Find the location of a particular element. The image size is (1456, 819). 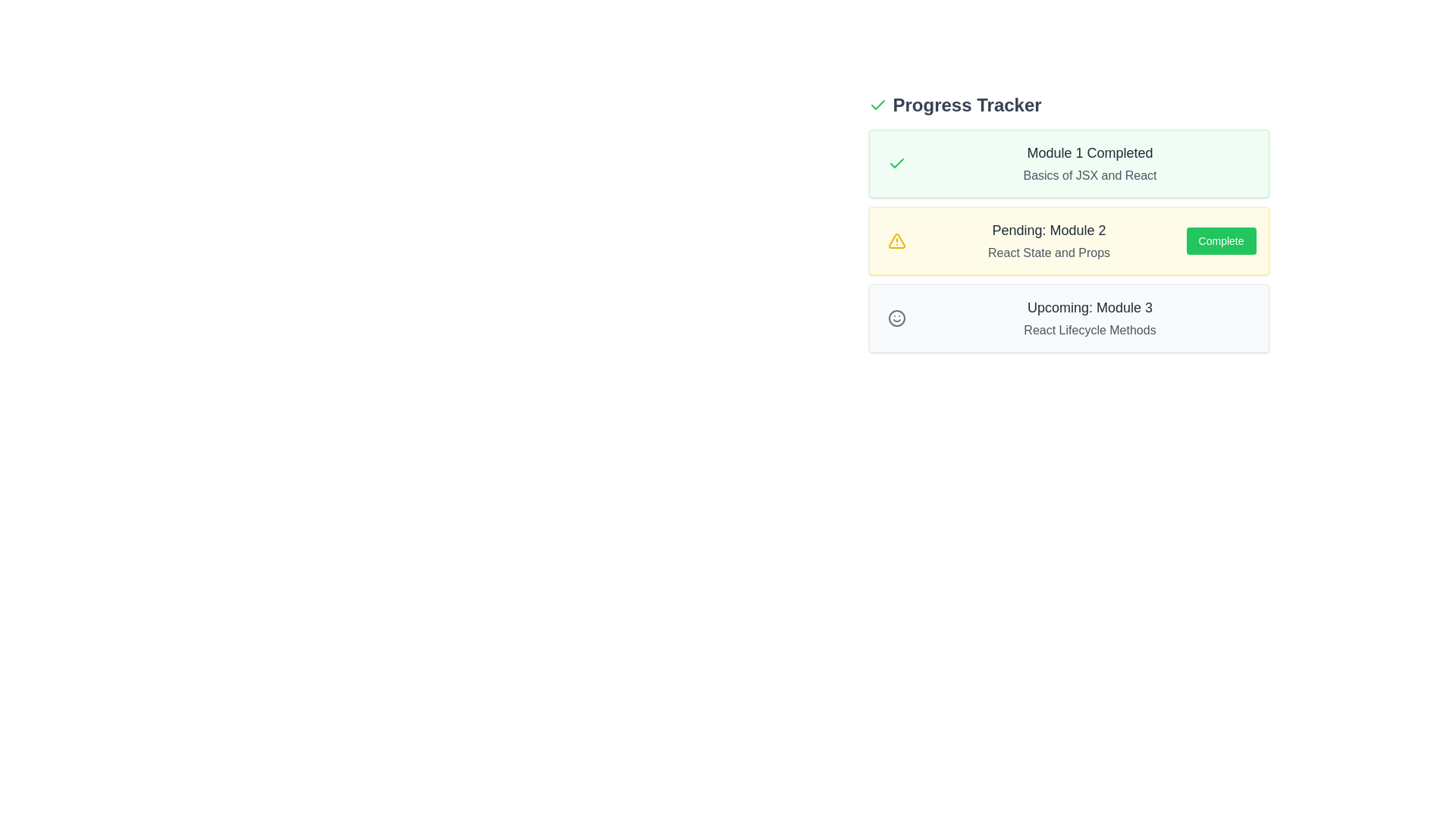

the checkmark icon that signifies 'Module 1' has been successfully completed in the 'Progress Tracker' section, located in the top-left corner of the green-highlighted box labeled 'Module 1 Completed' is located at coordinates (896, 164).